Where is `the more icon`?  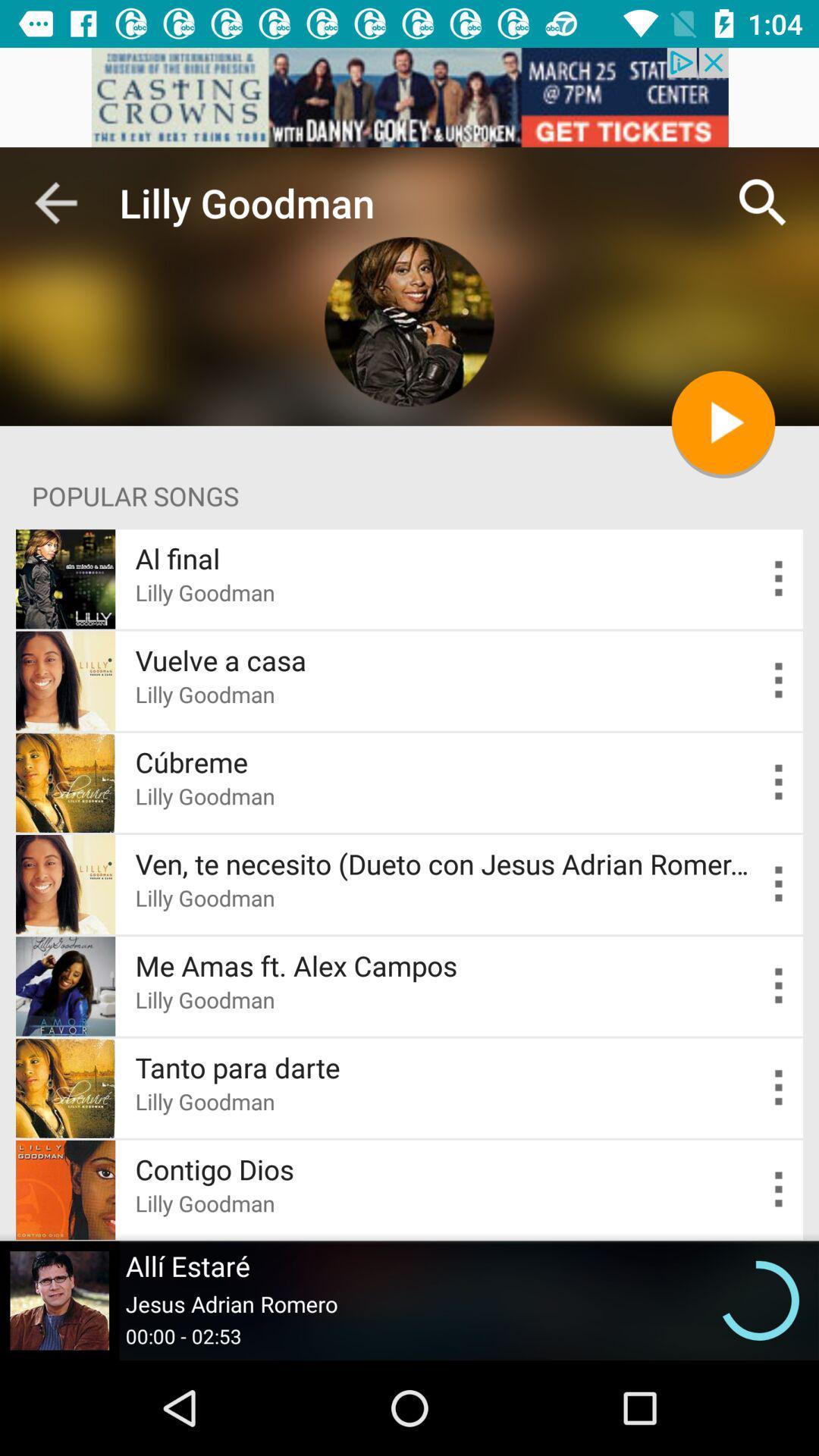
the more icon is located at coordinates (779, 783).